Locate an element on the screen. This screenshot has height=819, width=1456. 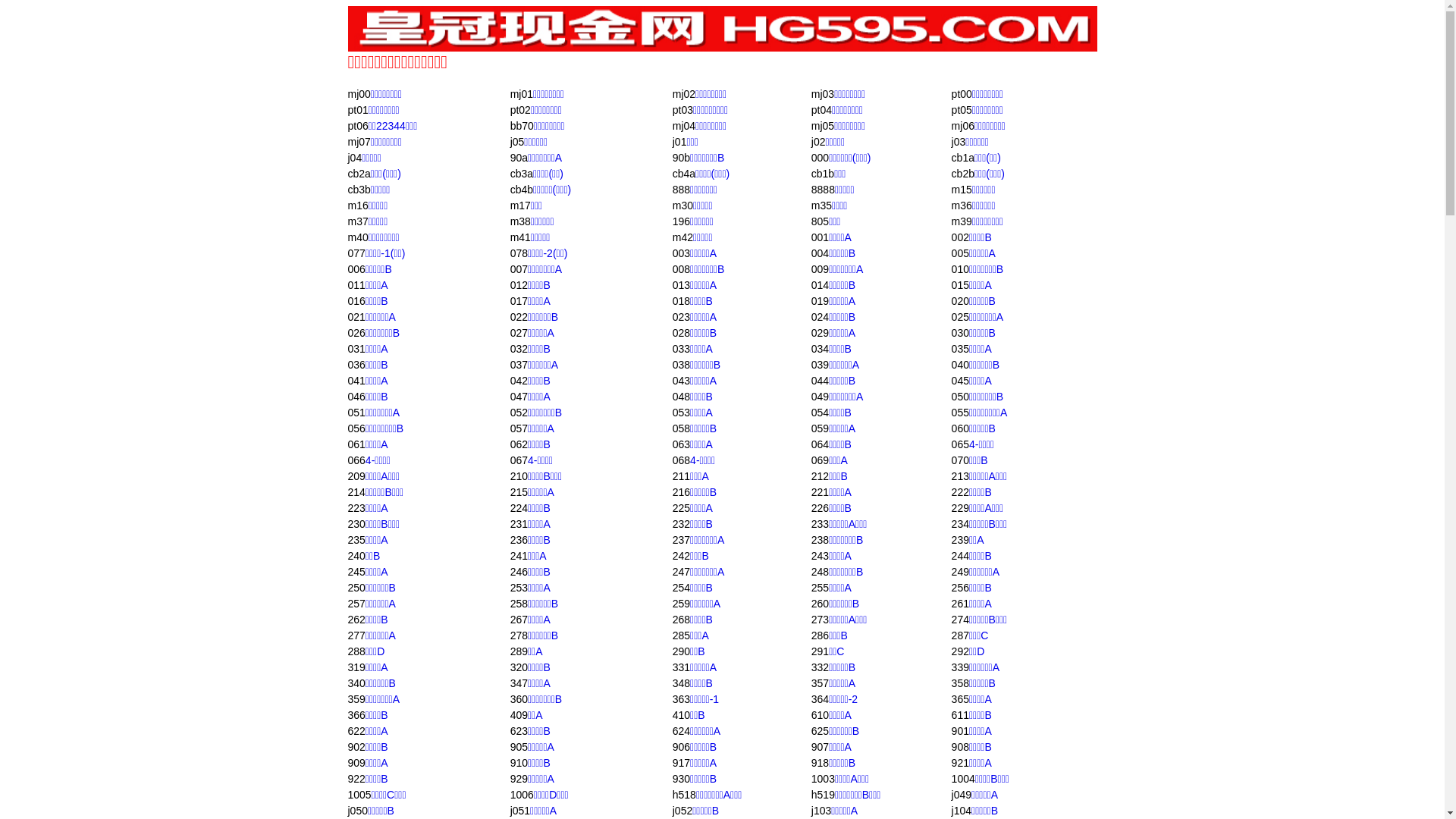
'257' is located at coordinates (355, 602).